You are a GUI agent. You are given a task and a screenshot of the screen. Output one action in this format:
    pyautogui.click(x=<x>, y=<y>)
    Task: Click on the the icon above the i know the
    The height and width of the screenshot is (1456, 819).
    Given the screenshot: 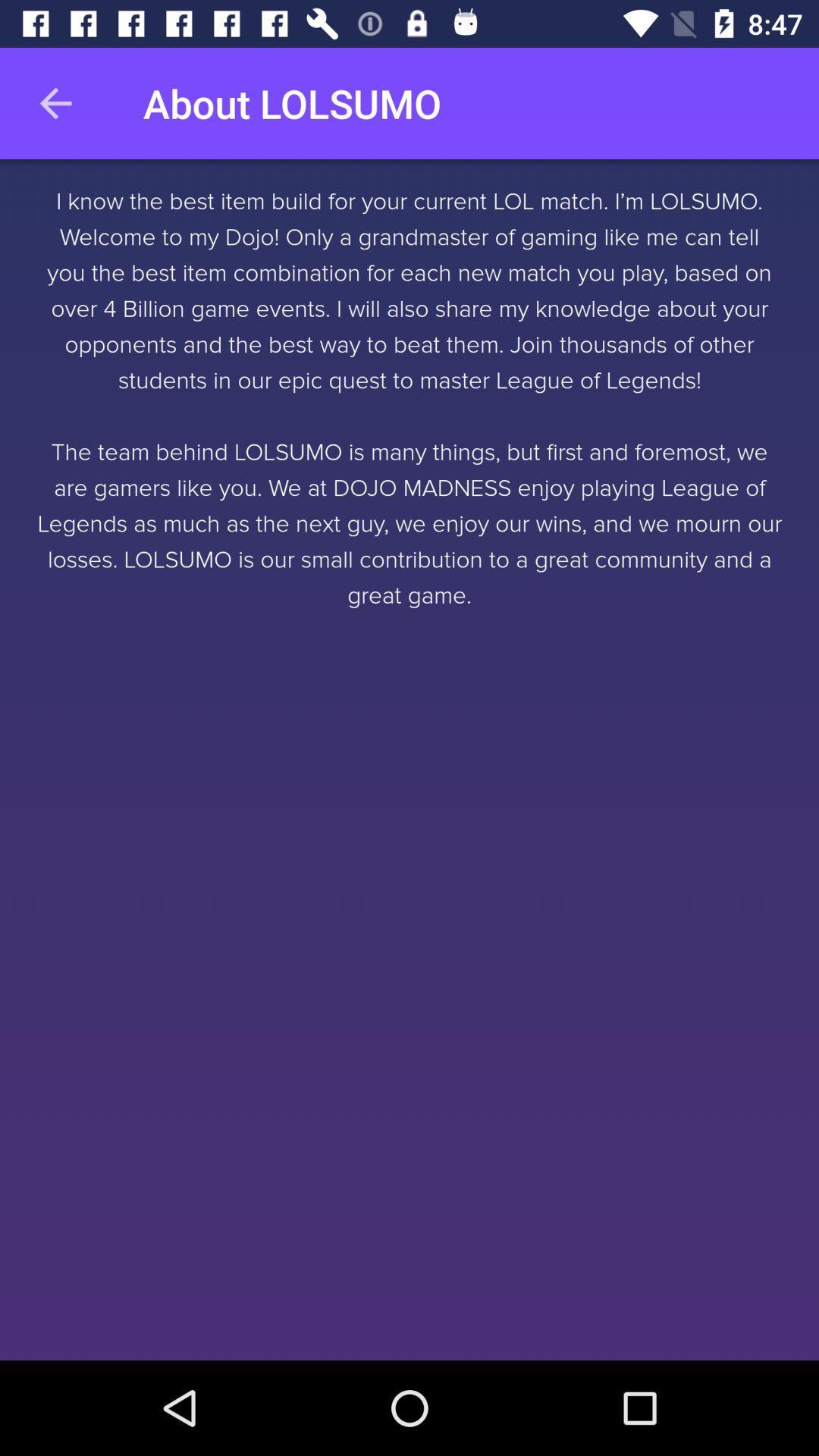 What is the action you would take?
    pyautogui.click(x=55, y=102)
    